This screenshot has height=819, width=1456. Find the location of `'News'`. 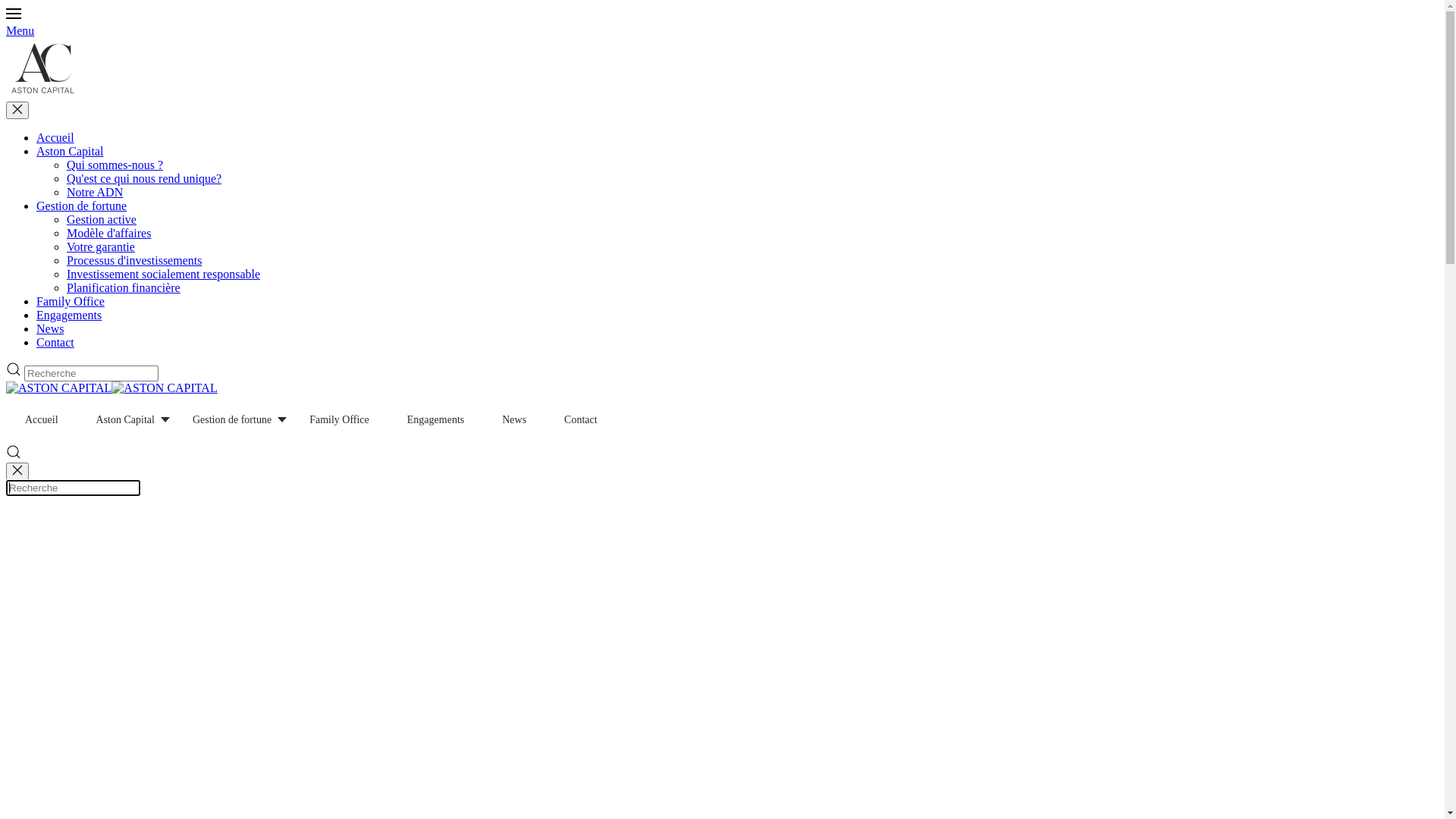

'News' is located at coordinates (50, 328).